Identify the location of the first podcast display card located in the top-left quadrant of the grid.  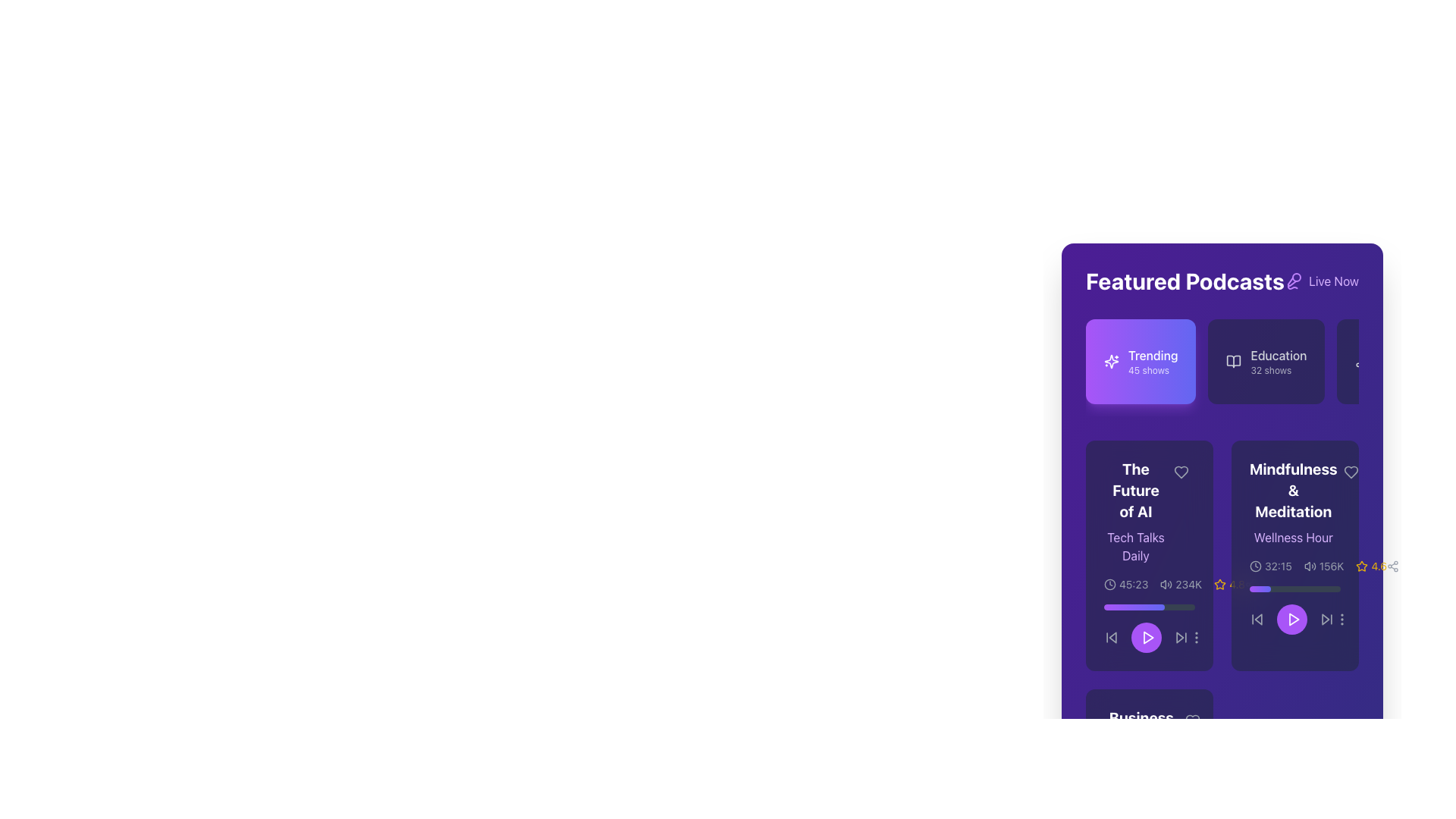
(1150, 555).